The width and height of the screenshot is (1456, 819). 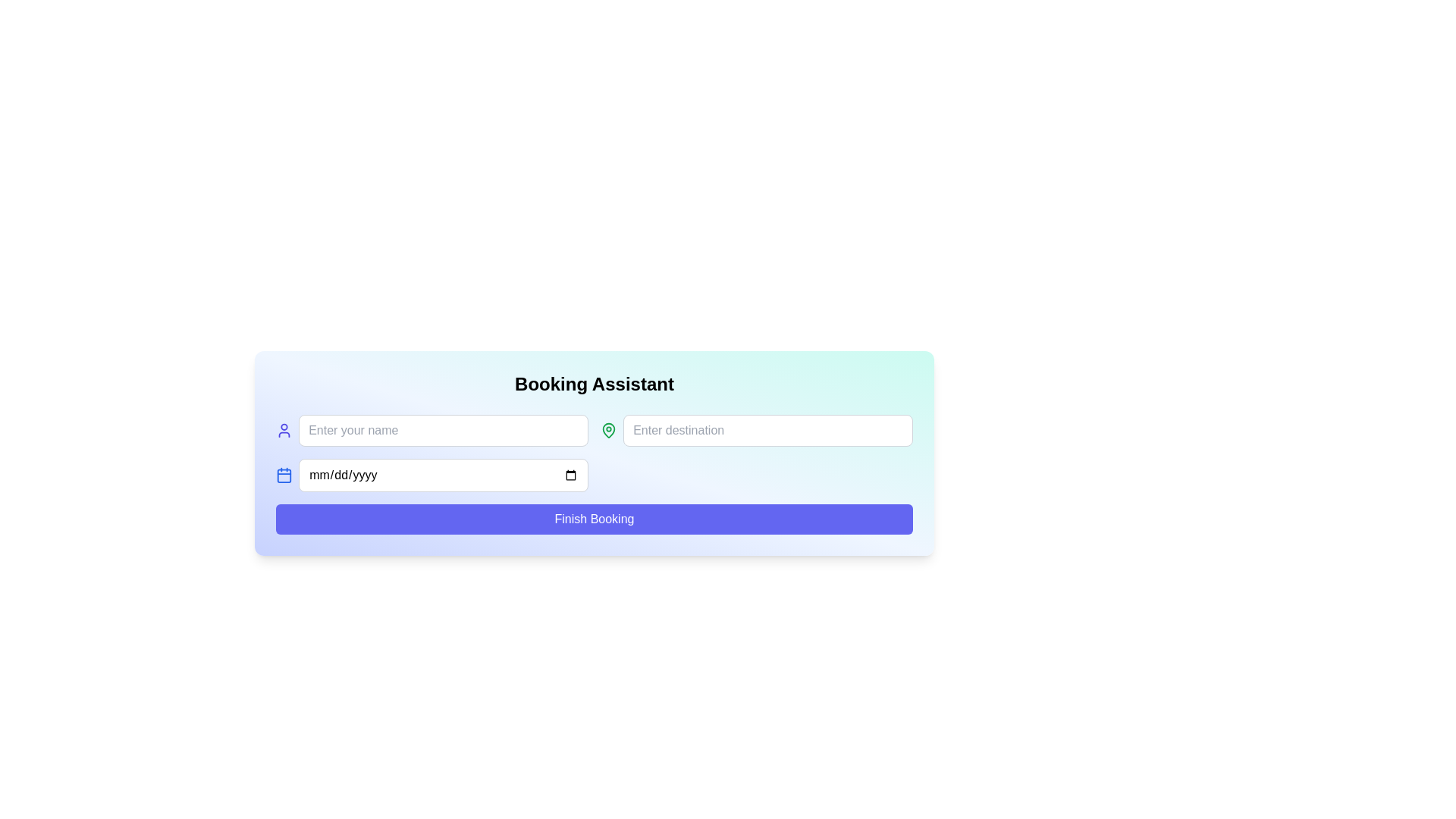 What do you see at coordinates (284, 475) in the screenshot?
I see `the blue calendar icon, which is positioned to the left of the input field labeled 'mm/dd/yyyy'` at bounding box center [284, 475].